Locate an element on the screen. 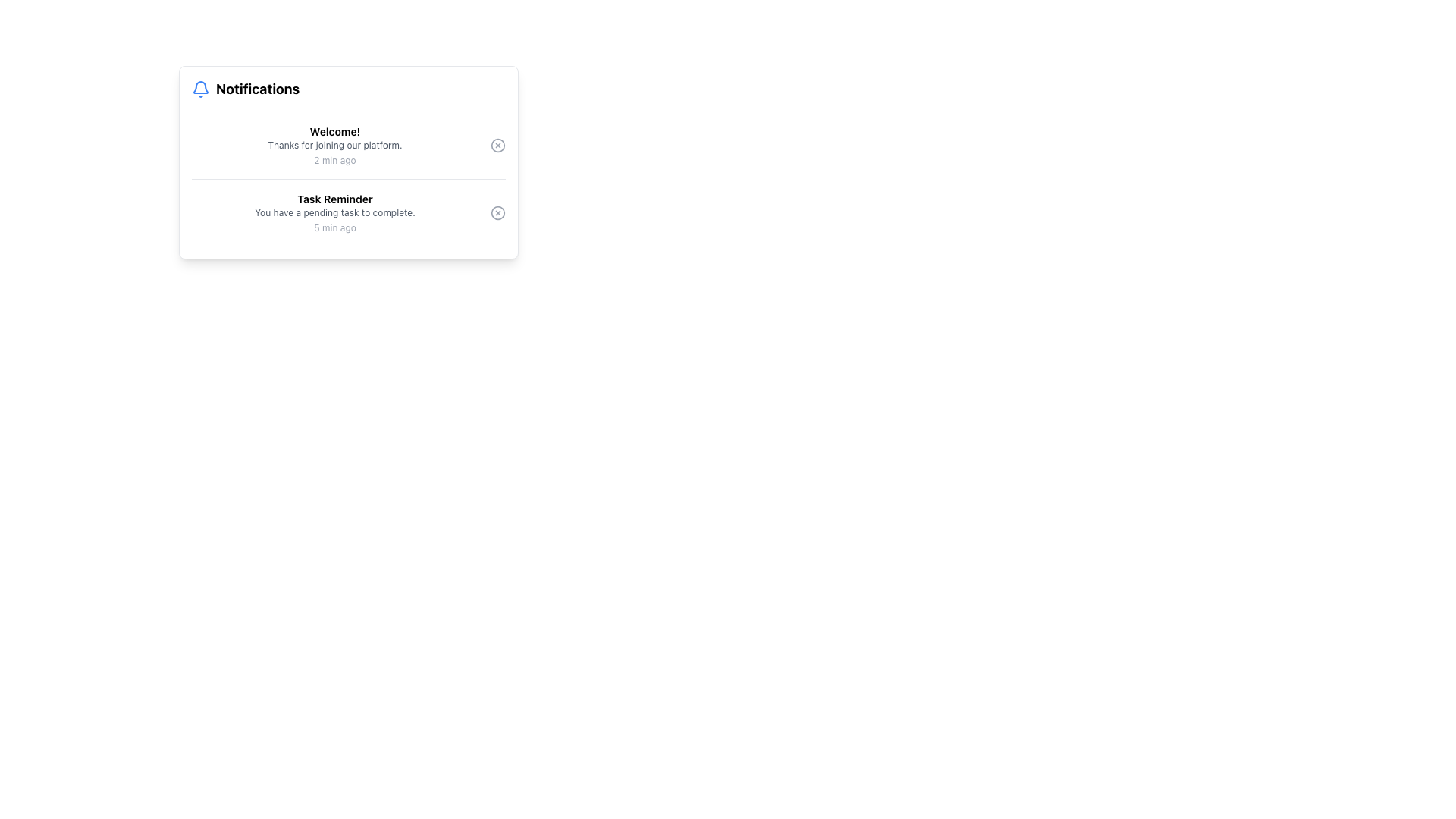 The height and width of the screenshot is (819, 1456). the blue bell icon located to the left of the 'Notifications' text to view its styling is located at coordinates (199, 89).